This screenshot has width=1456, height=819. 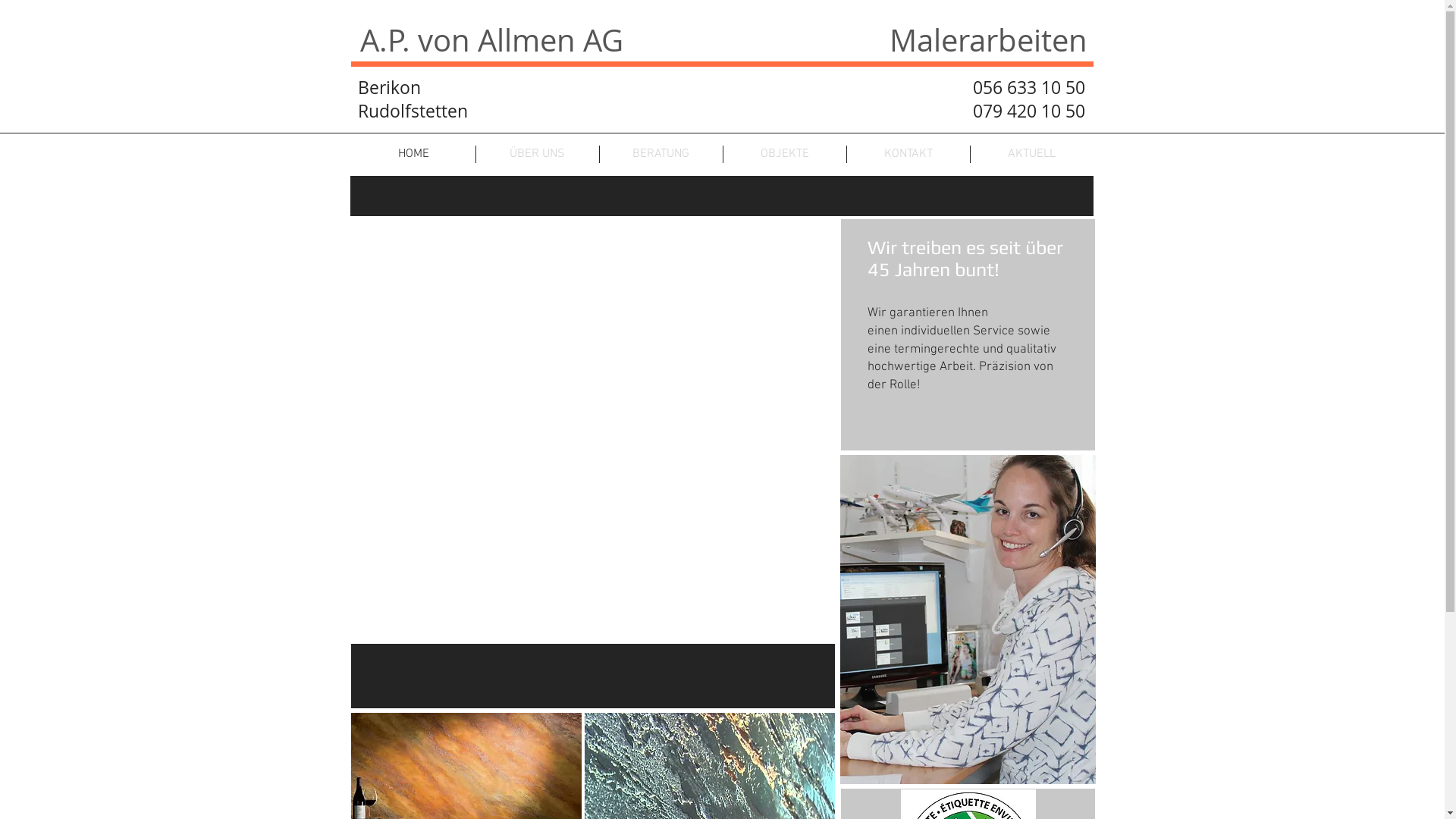 I want to click on 'HOME', so click(x=413, y=154).